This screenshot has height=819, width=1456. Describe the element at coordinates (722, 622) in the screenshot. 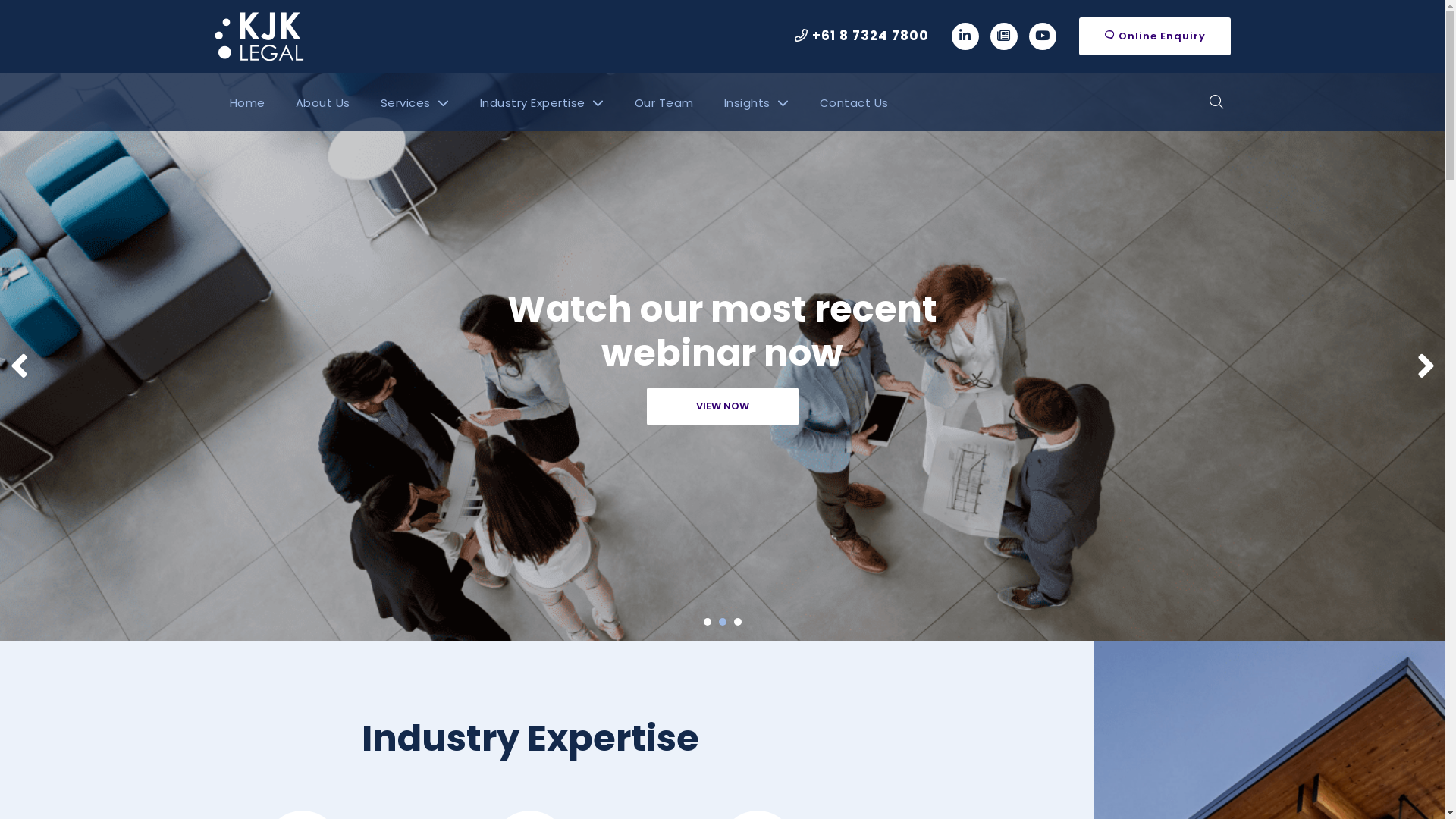

I see `'2'` at that location.